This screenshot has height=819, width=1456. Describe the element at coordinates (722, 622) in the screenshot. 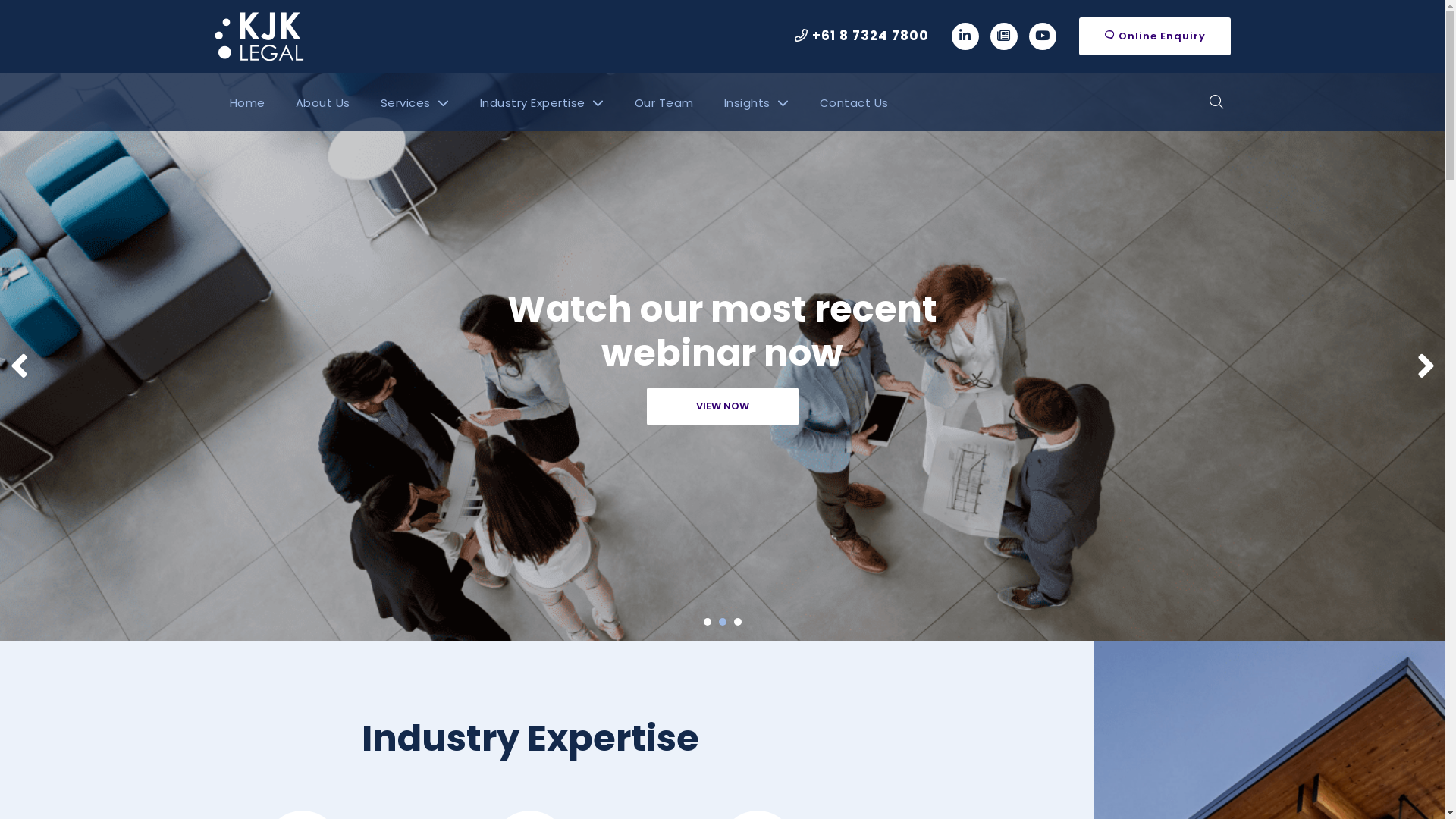

I see `'2'` at that location.